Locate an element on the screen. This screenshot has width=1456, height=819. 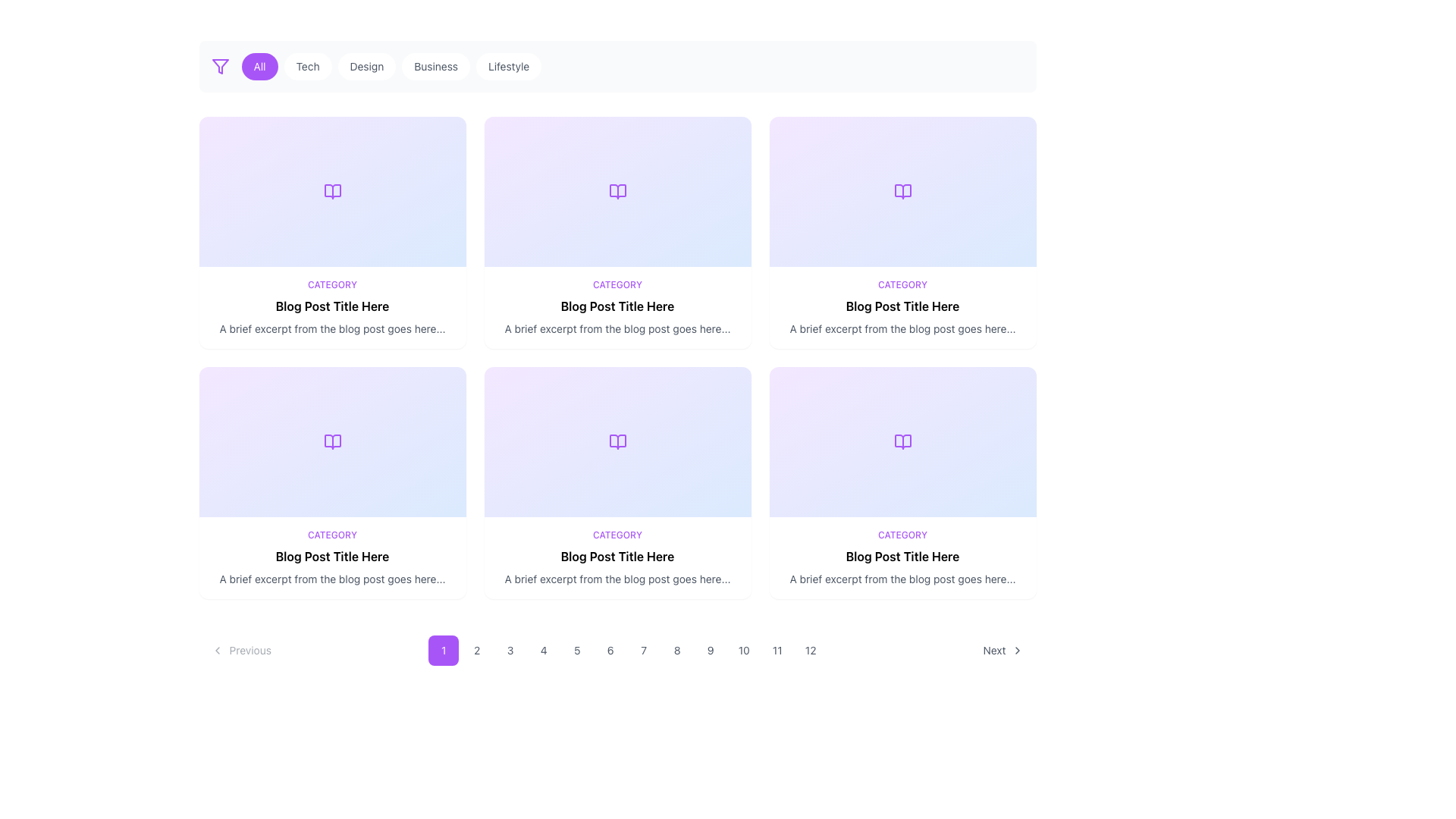
the purple button labeled '1' with rounded corners is located at coordinates (443, 649).